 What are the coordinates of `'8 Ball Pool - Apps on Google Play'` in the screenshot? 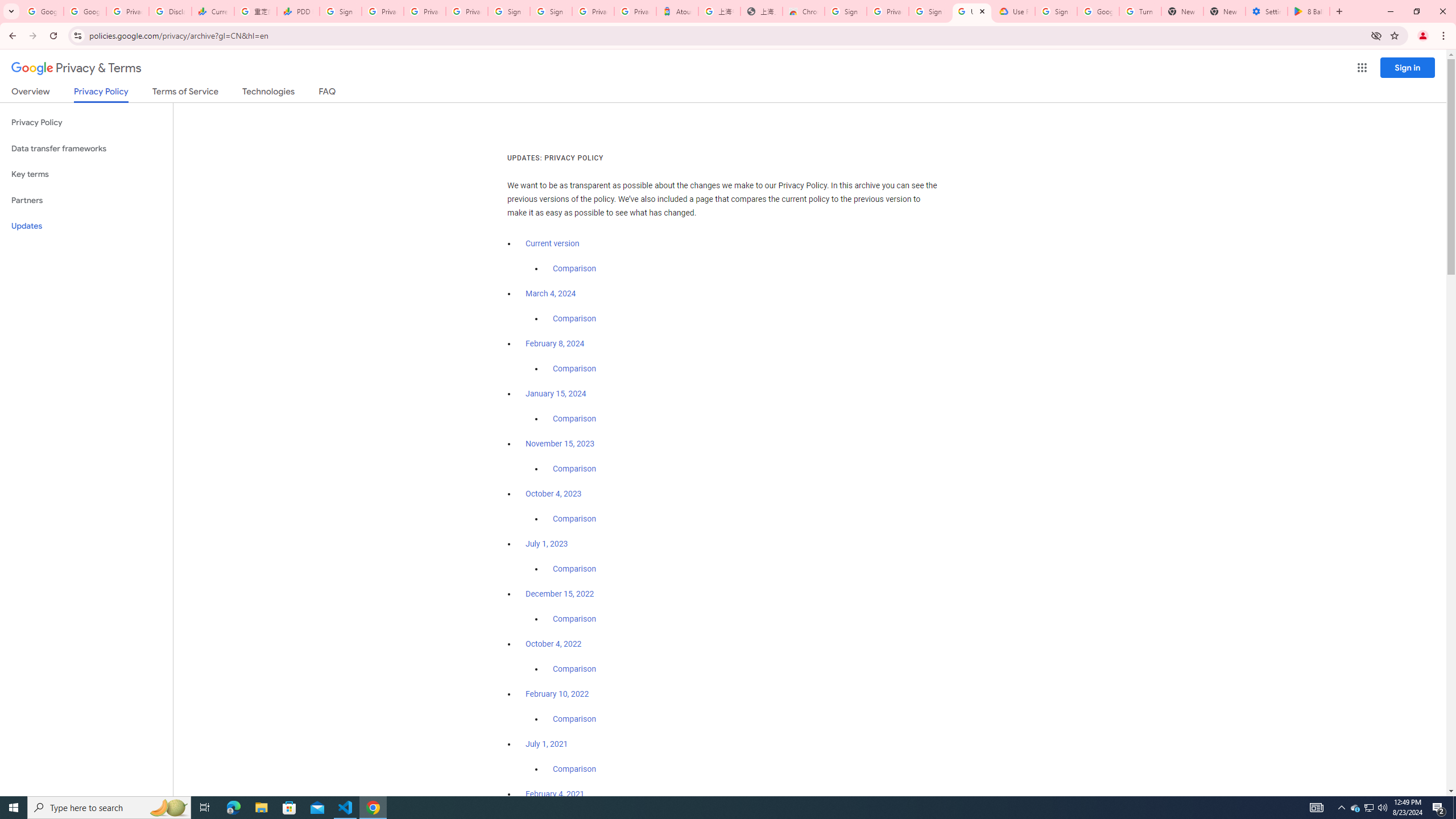 It's located at (1308, 11).